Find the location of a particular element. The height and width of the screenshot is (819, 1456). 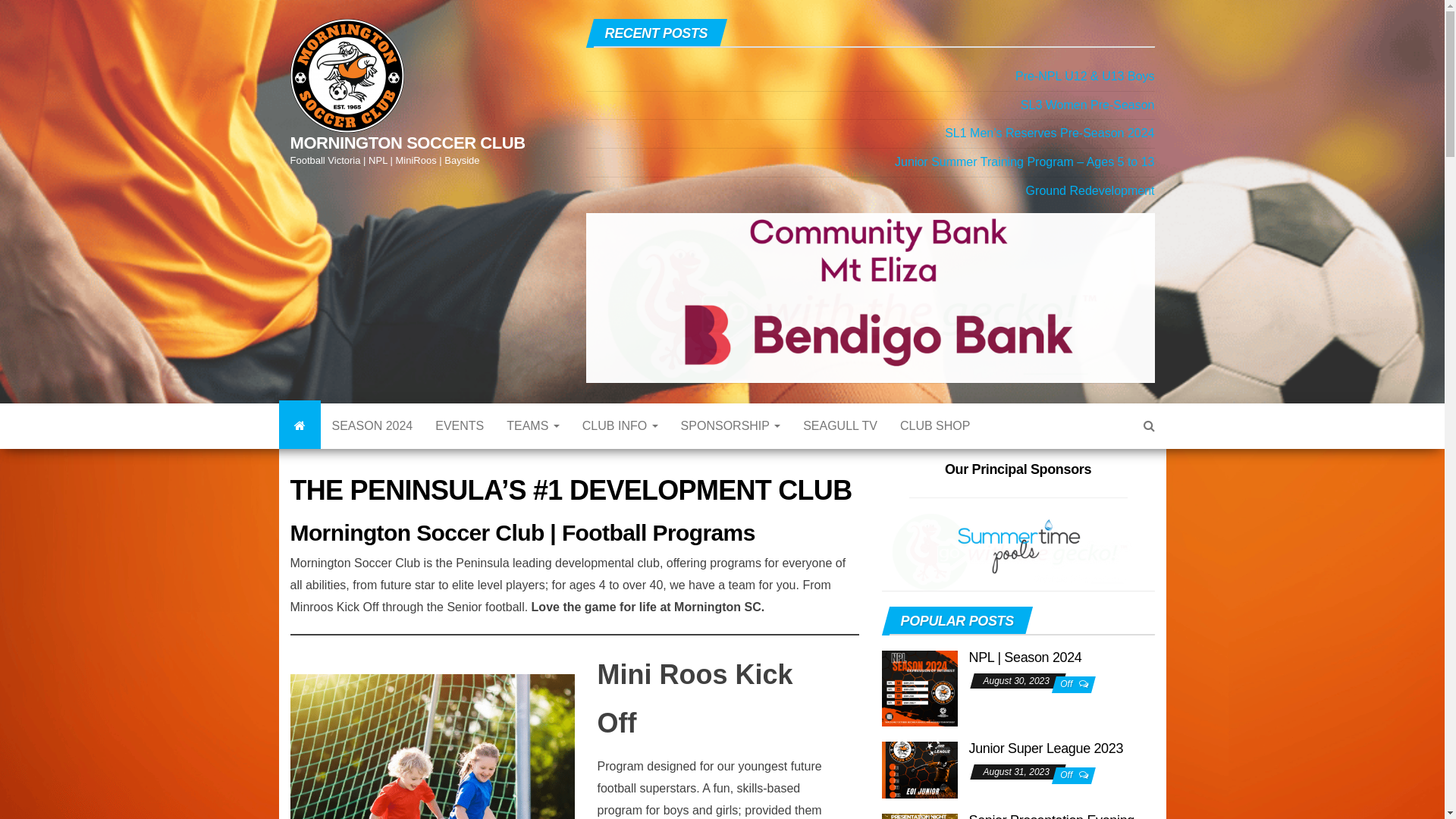

'CLUB INFO' is located at coordinates (570, 447).